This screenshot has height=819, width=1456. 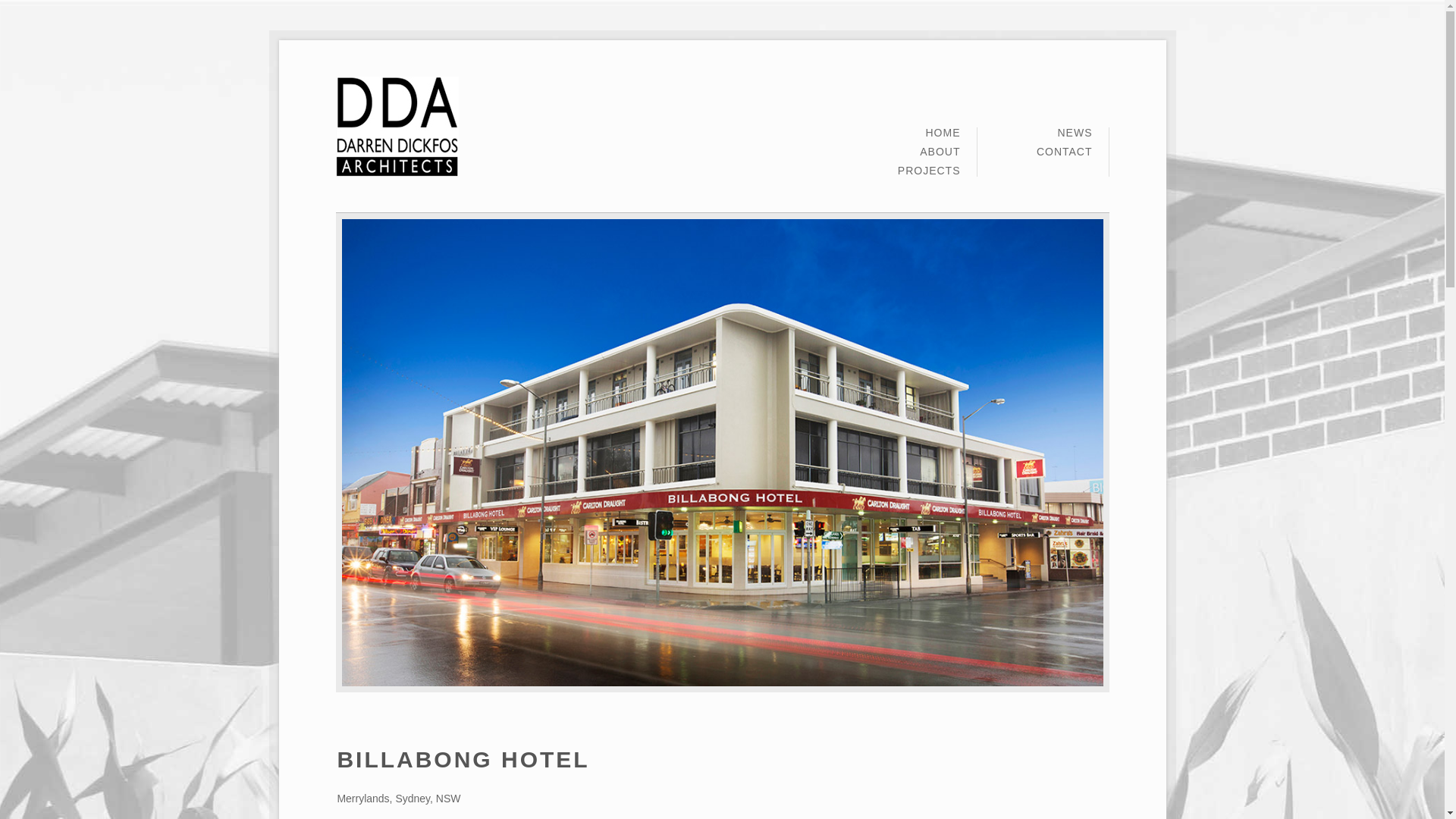 What do you see at coordinates (1073, 136) in the screenshot?
I see `'NEWS'` at bounding box center [1073, 136].